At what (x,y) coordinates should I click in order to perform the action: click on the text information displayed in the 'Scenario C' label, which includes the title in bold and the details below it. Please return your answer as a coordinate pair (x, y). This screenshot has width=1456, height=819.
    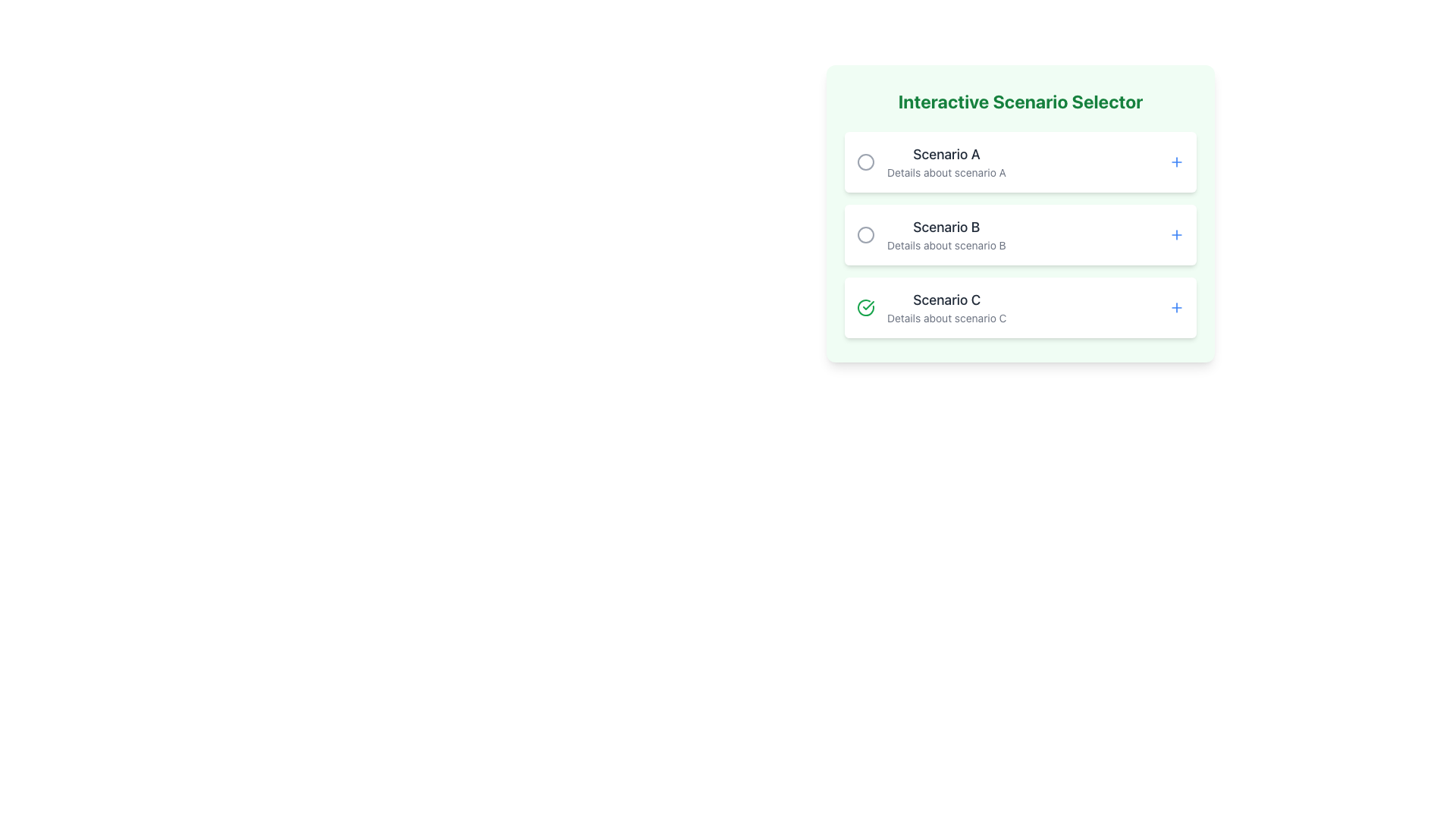
    Looking at the image, I should click on (946, 307).